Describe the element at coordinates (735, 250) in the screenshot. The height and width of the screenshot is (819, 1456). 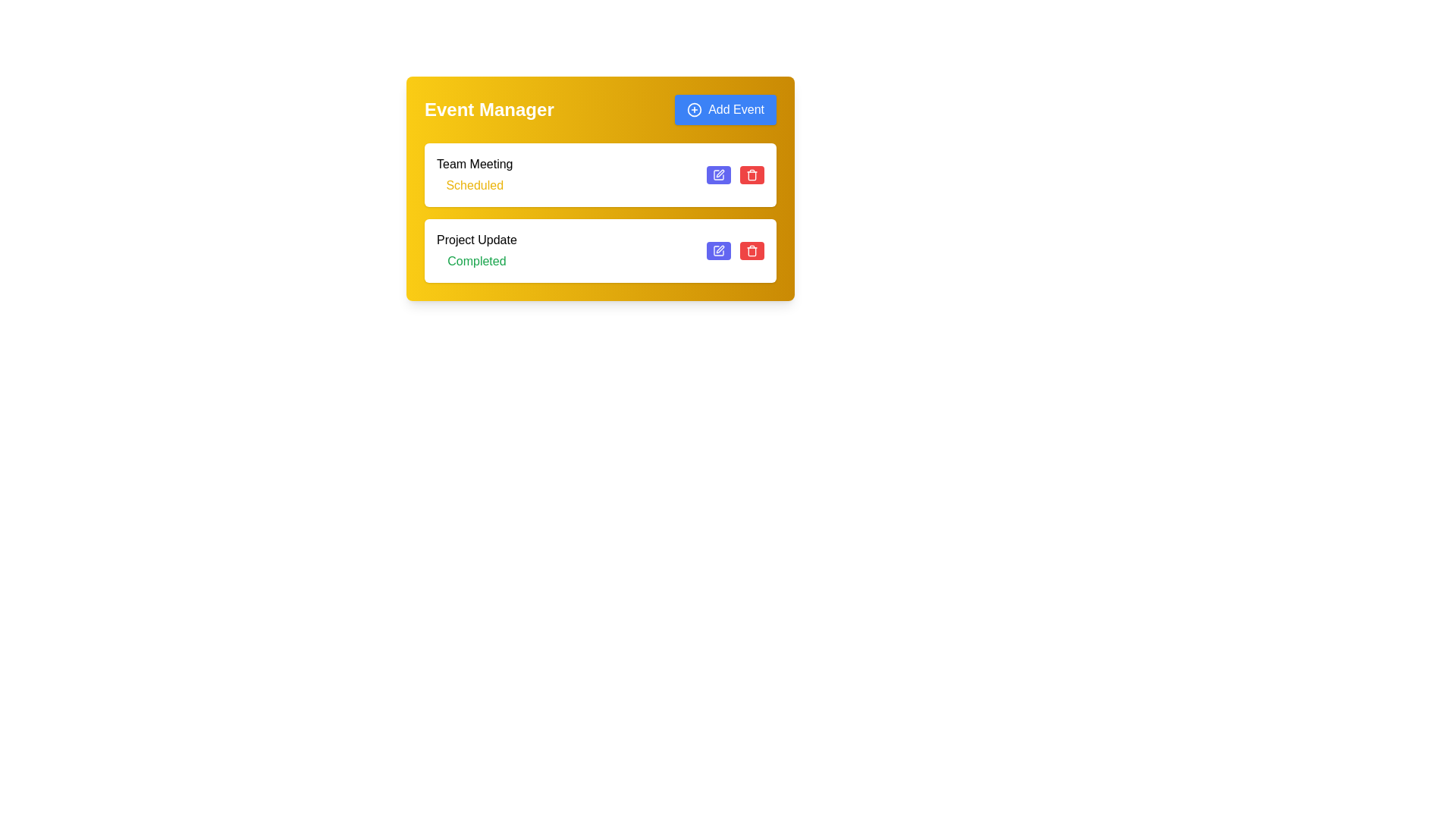
I see `the red trash icon button in the Horizontal action button pair` at that location.